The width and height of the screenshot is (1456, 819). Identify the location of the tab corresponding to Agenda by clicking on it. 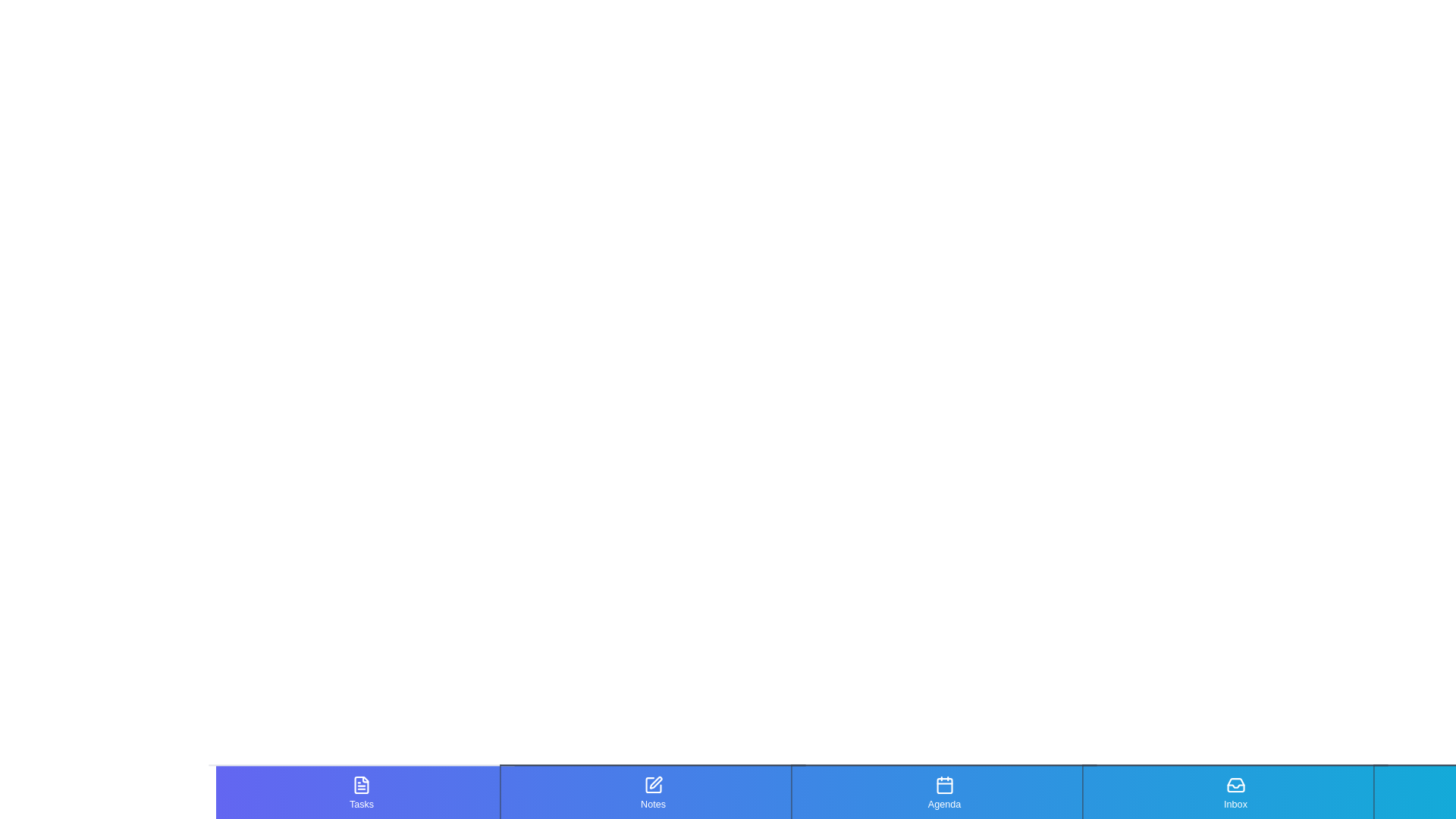
(943, 792).